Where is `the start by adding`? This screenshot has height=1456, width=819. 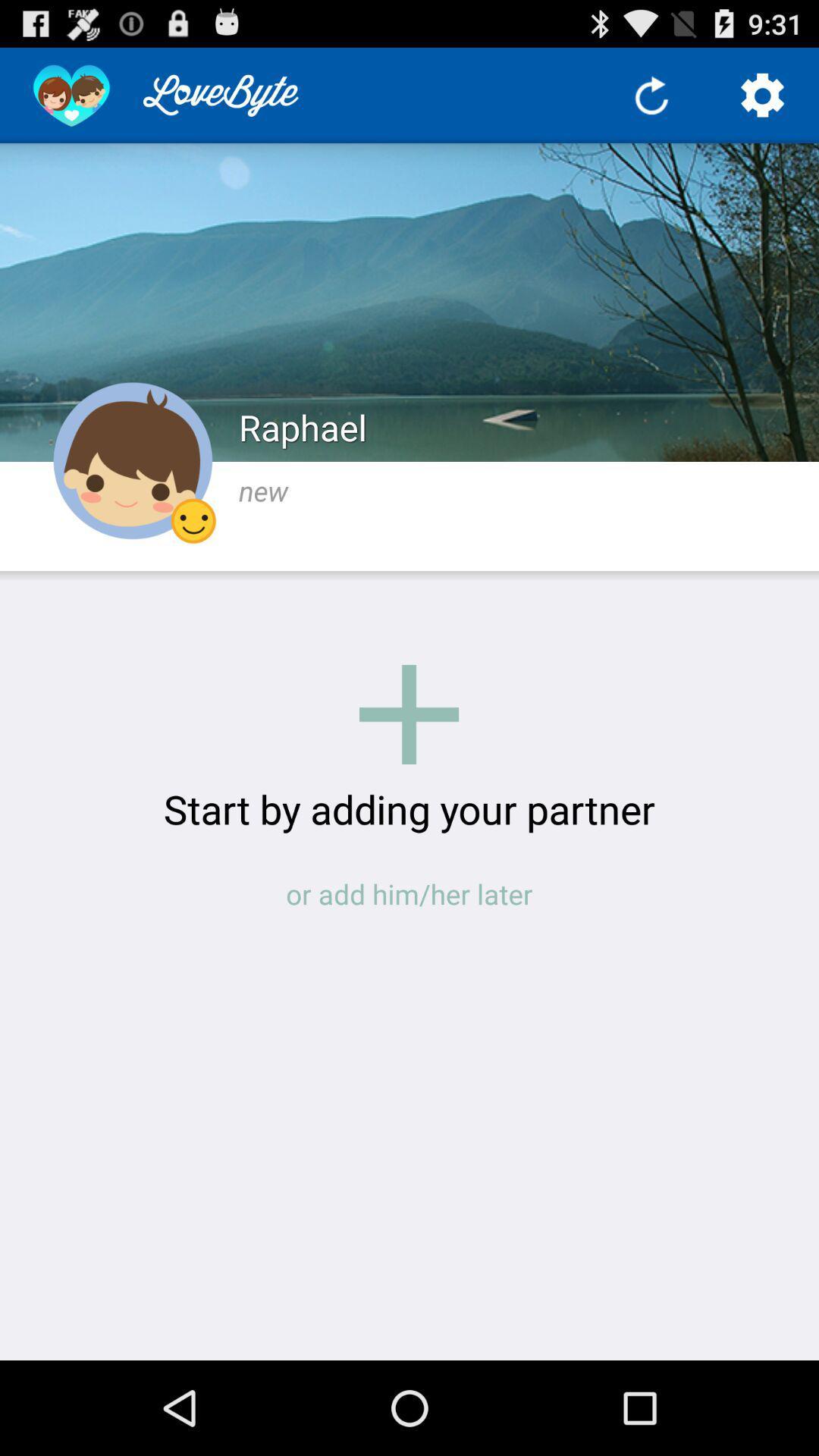
the start by adding is located at coordinates (409, 808).